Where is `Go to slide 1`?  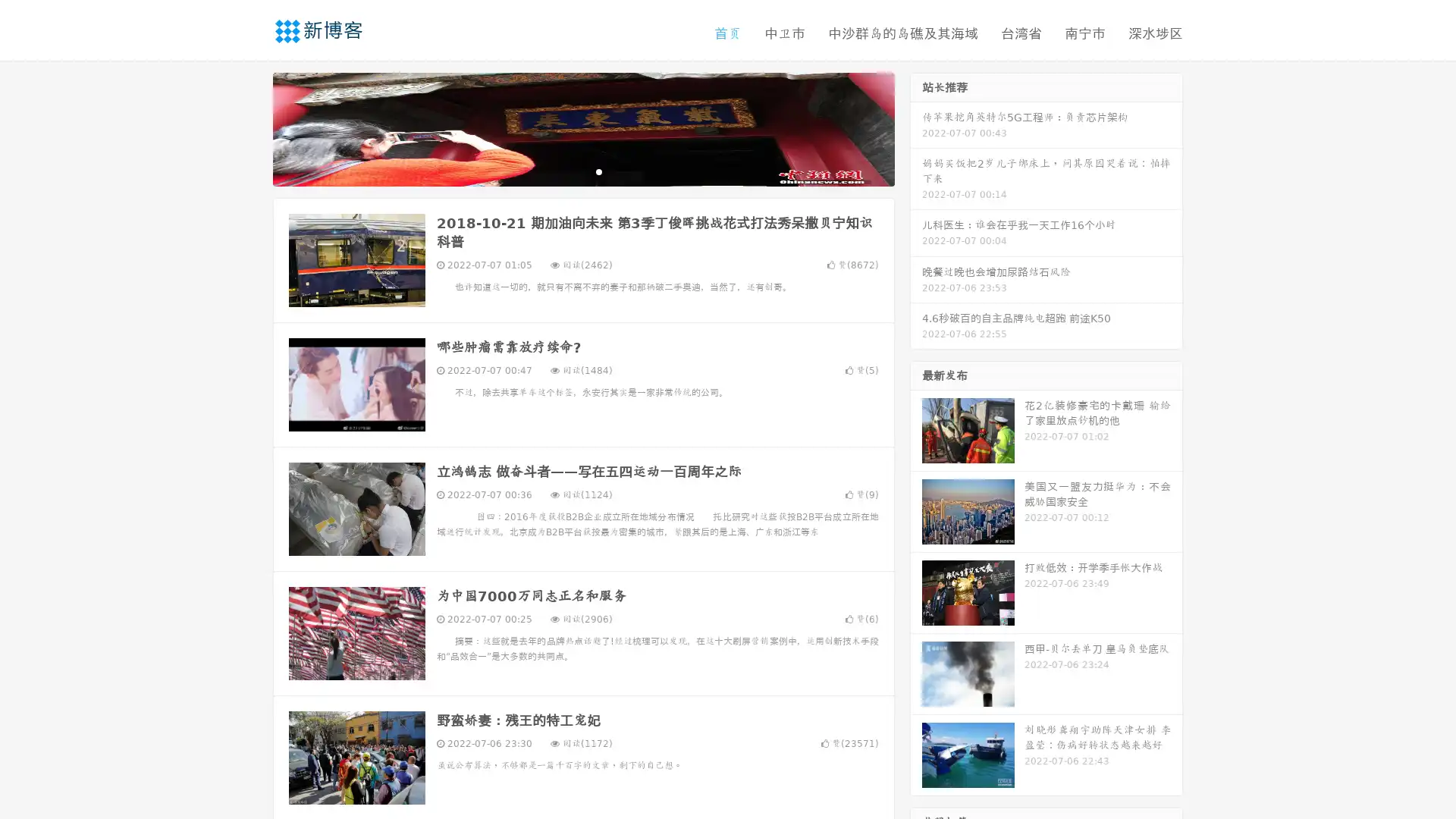 Go to slide 1 is located at coordinates (567, 171).